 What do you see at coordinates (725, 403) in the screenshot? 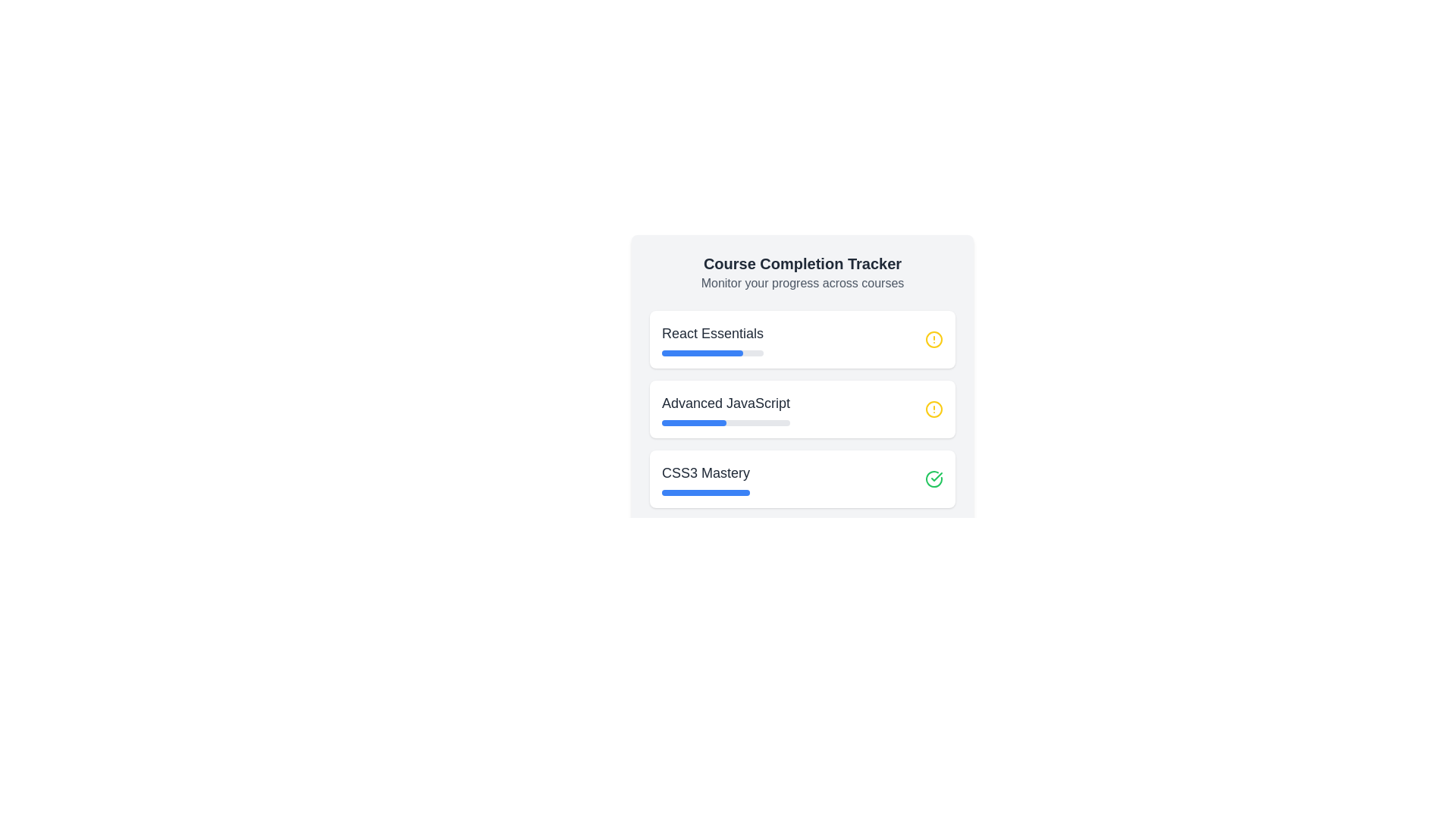
I see `the text label that displays the course name 'Advanced JavaScript' located in the second list item of the course progress panel` at bounding box center [725, 403].